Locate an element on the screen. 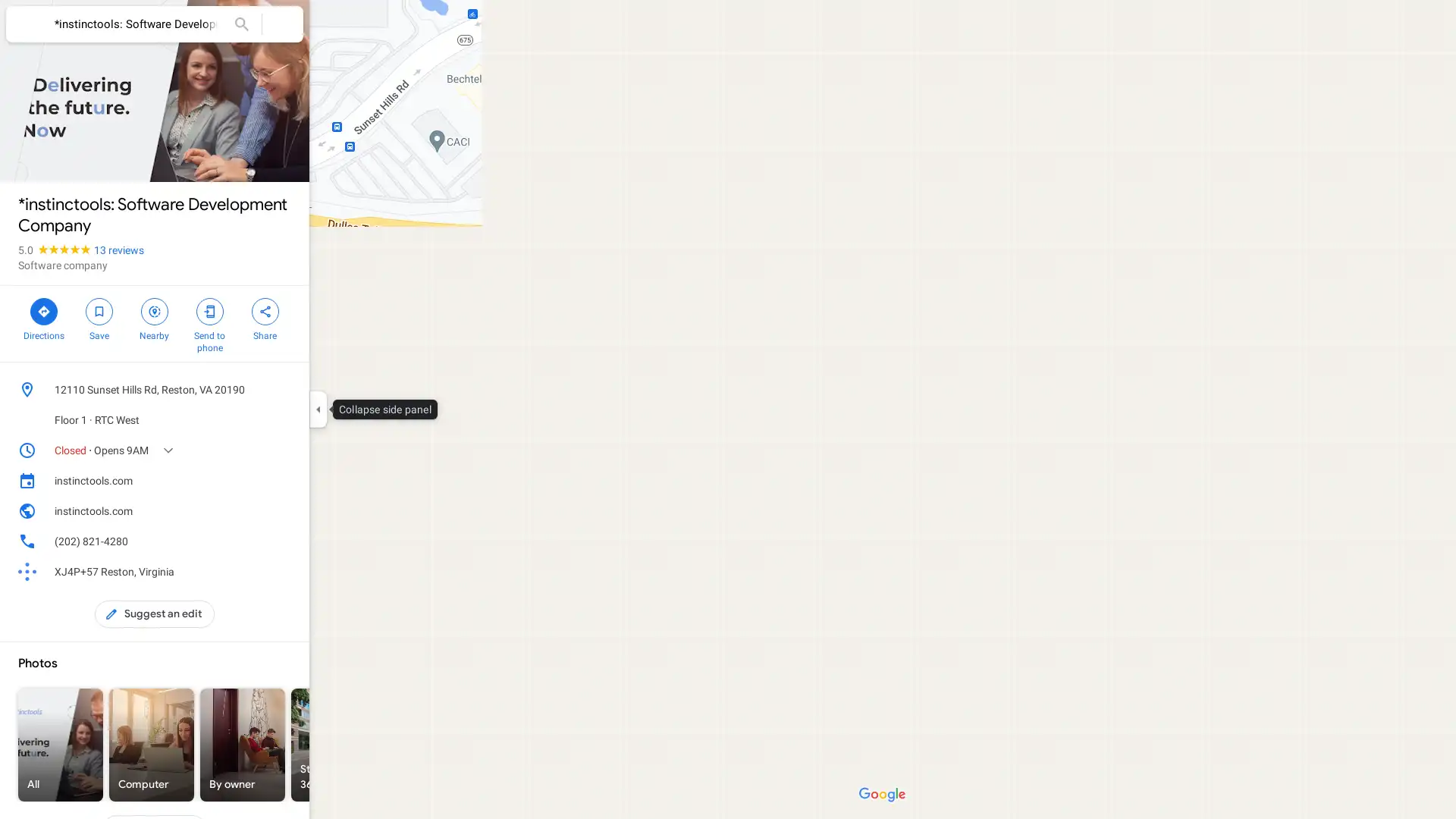  Send *instinctools: Software Development Company to your phone is located at coordinates (209, 323).